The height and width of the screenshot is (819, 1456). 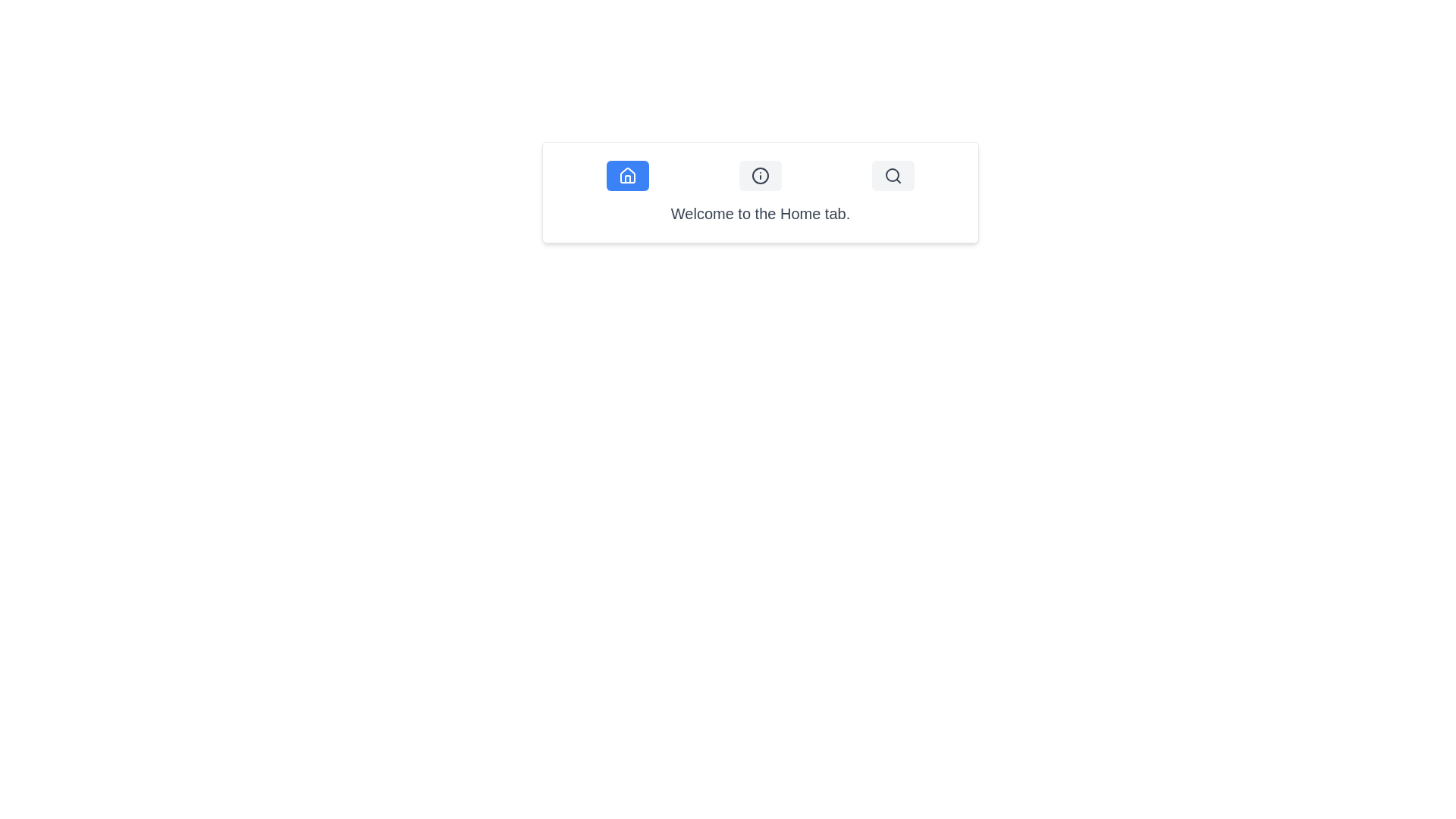 What do you see at coordinates (627, 174) in the screenshot?
I see `the leftmost button in the horizontal row of buttons` at bounding box center [627, 174].